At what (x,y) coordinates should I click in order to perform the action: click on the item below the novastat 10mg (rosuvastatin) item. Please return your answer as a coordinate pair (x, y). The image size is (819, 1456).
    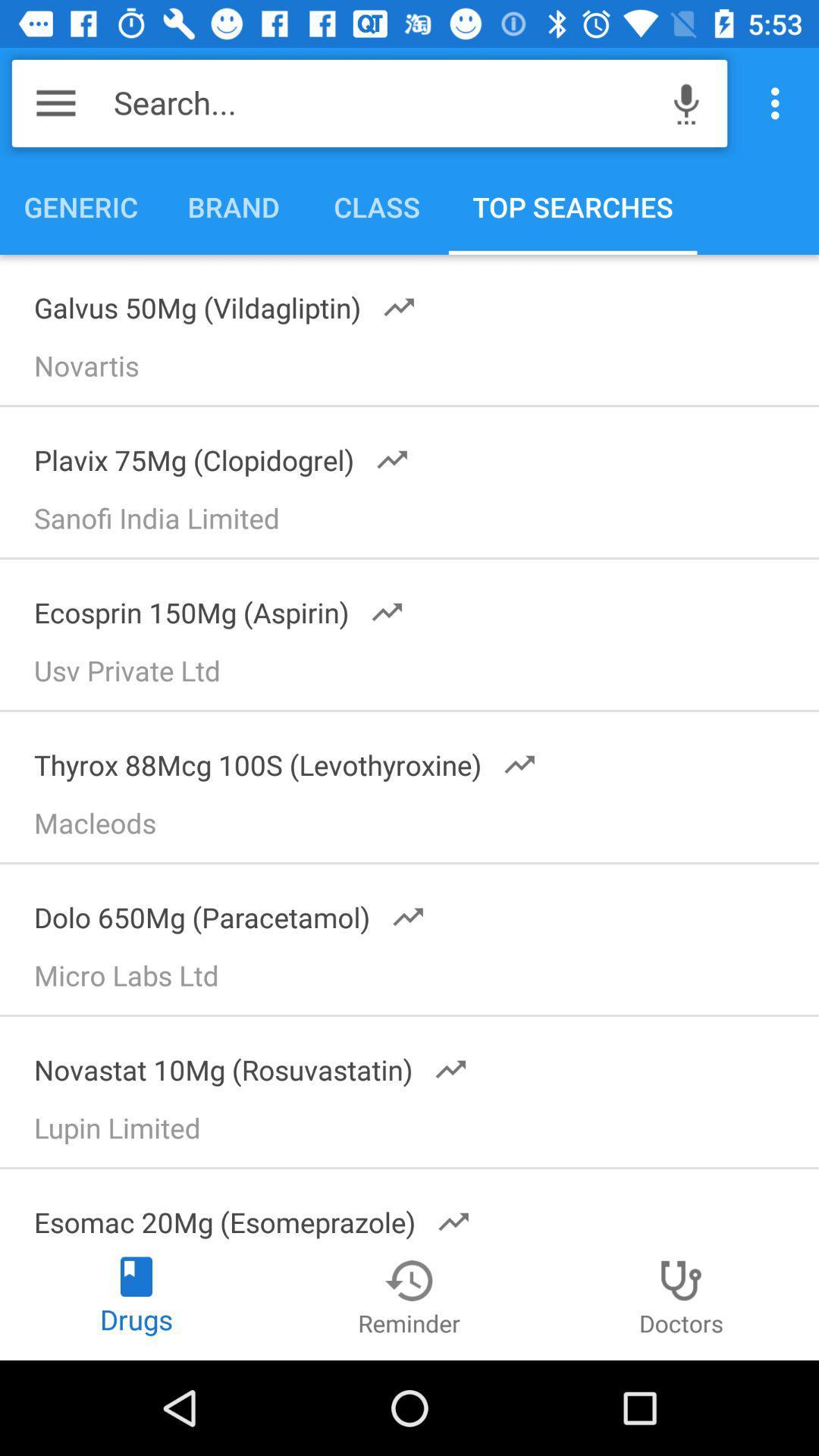
    Looking at the image, I should click on (416, 1132).